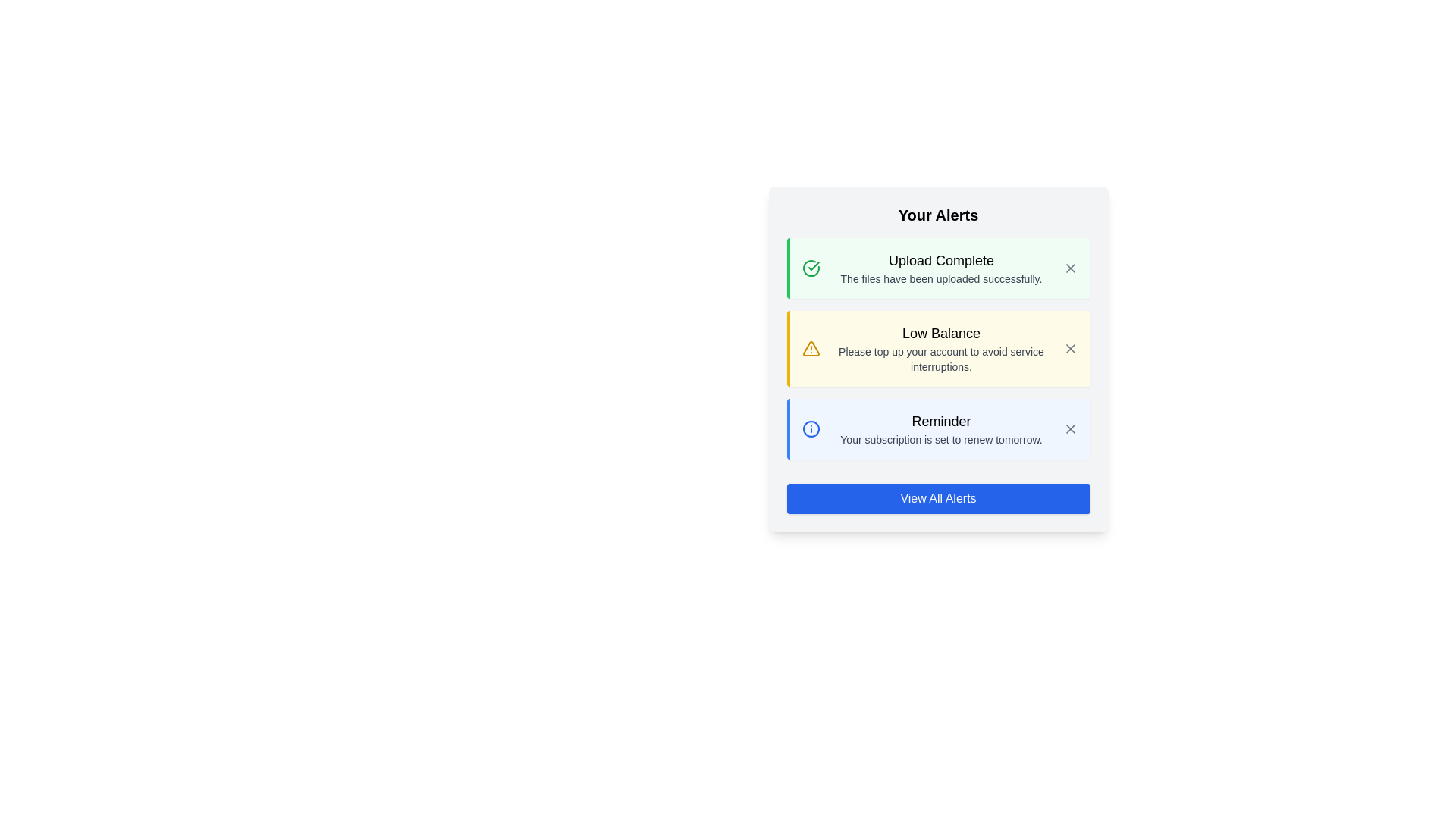  I want to click on the Text Display (Notification) that confirms successful file uploads, located below the 'Your Alerts' heading and above other alert notifications, so click(940, 268).